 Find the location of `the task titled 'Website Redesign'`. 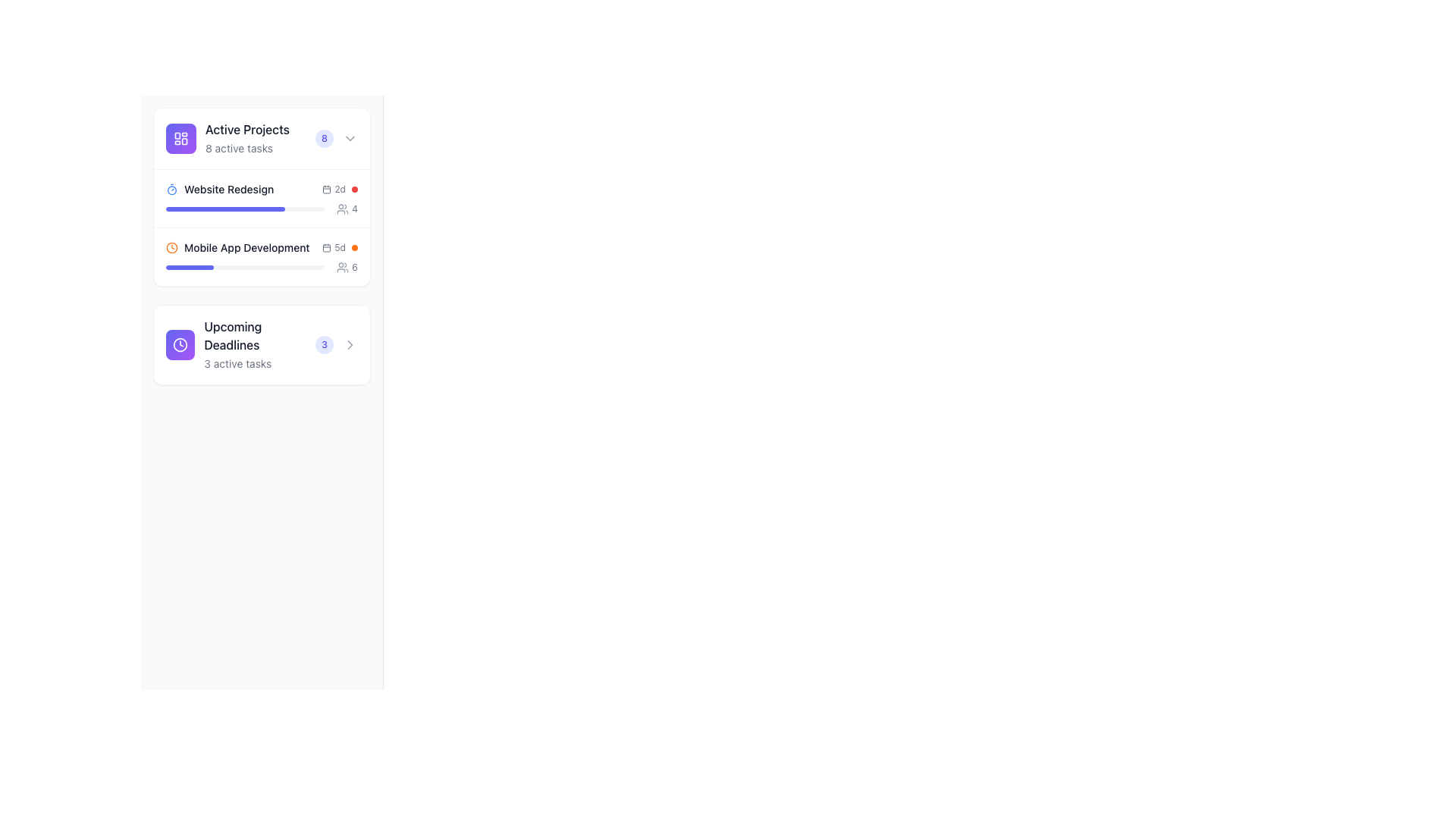

the task titled 'Website Redesign' is located at coordinates (262, 189).